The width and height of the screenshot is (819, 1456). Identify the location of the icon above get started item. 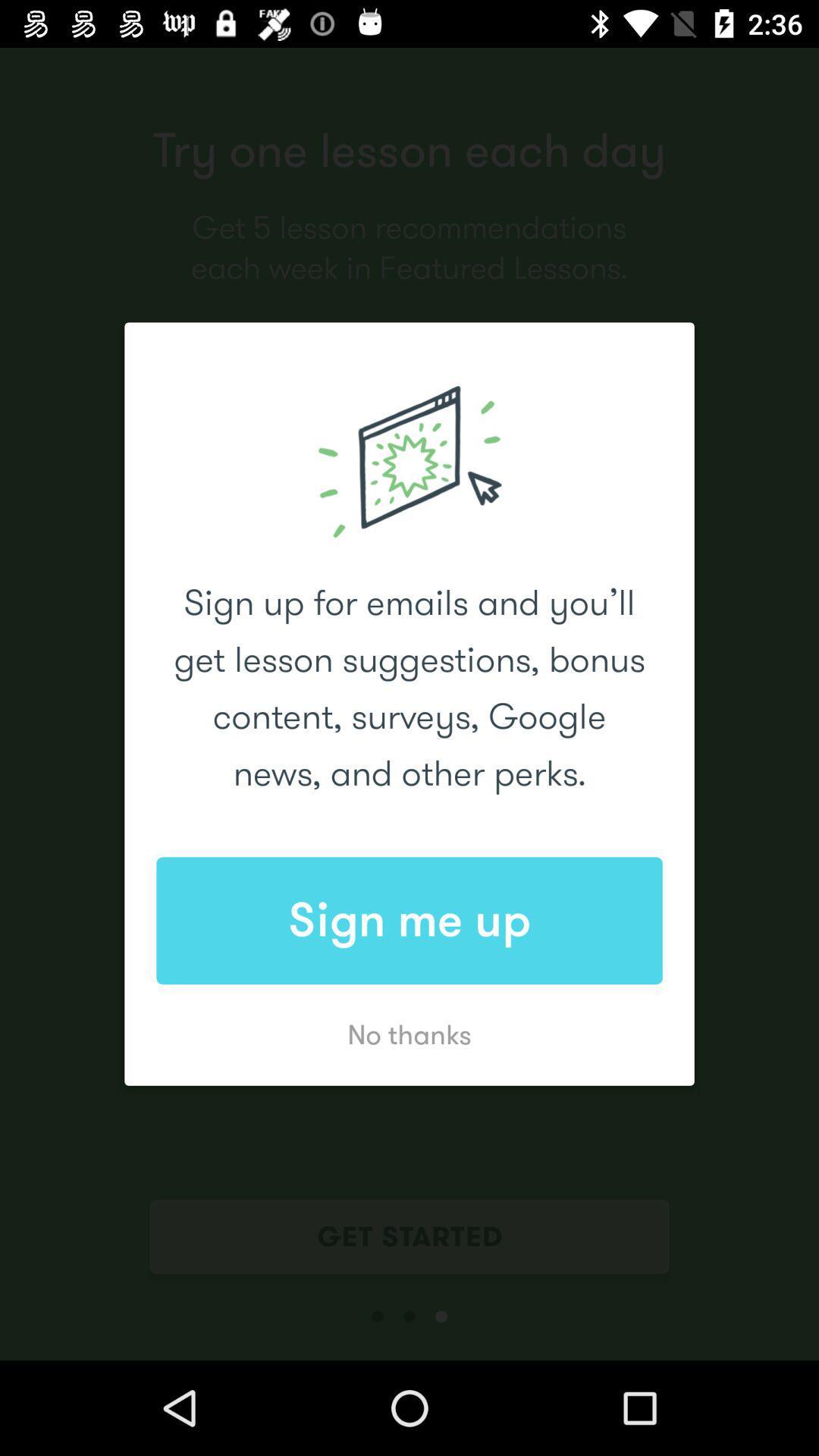
(409, 1034).